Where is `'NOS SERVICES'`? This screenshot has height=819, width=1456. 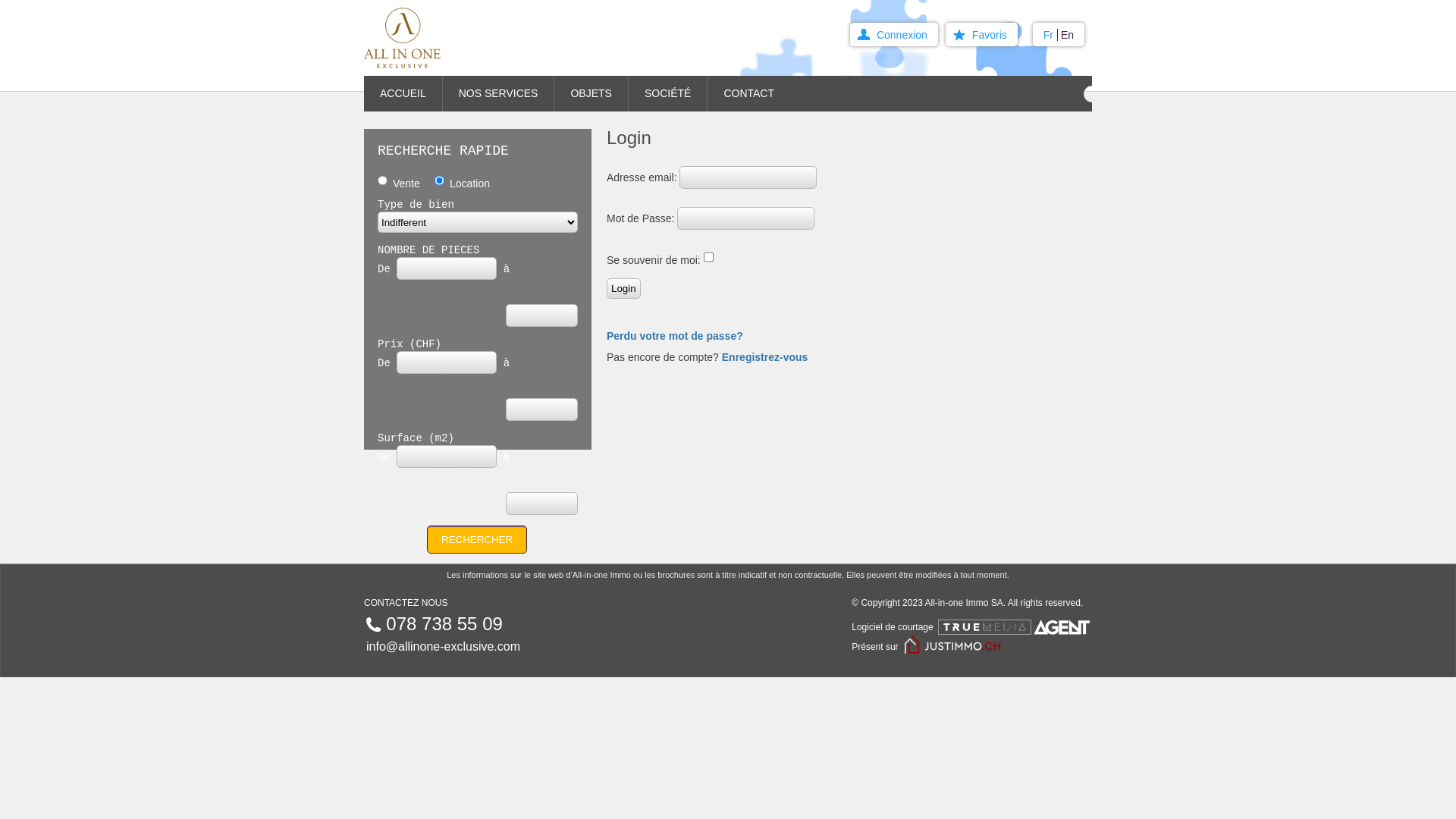
'NOS SERVICES' is located at coordinates (498, 93).